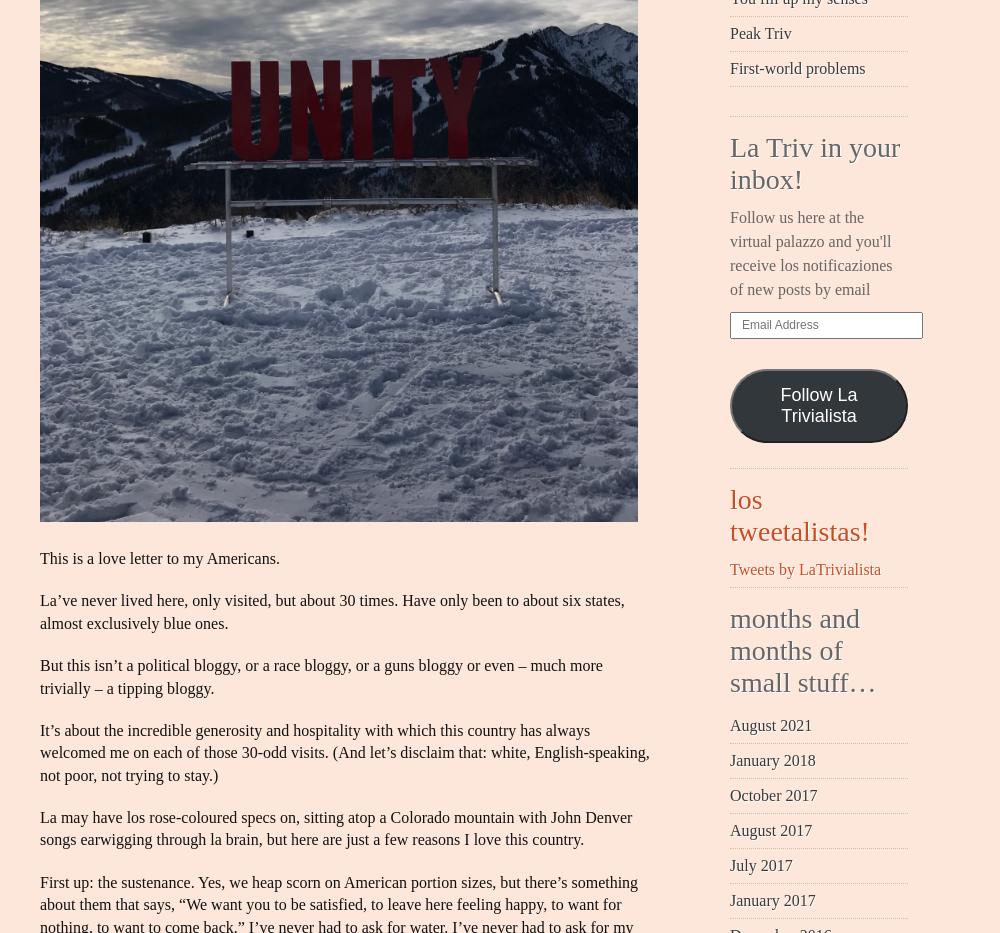 The height and width of the screenshot is (933, 1000). Describe the element at coordinates (331, 611) in the screenshot. I see `'La’ve never lived here, only visited, but about 30 times. Have only been to about six states, almost exclusively blue ones.'` at that location.